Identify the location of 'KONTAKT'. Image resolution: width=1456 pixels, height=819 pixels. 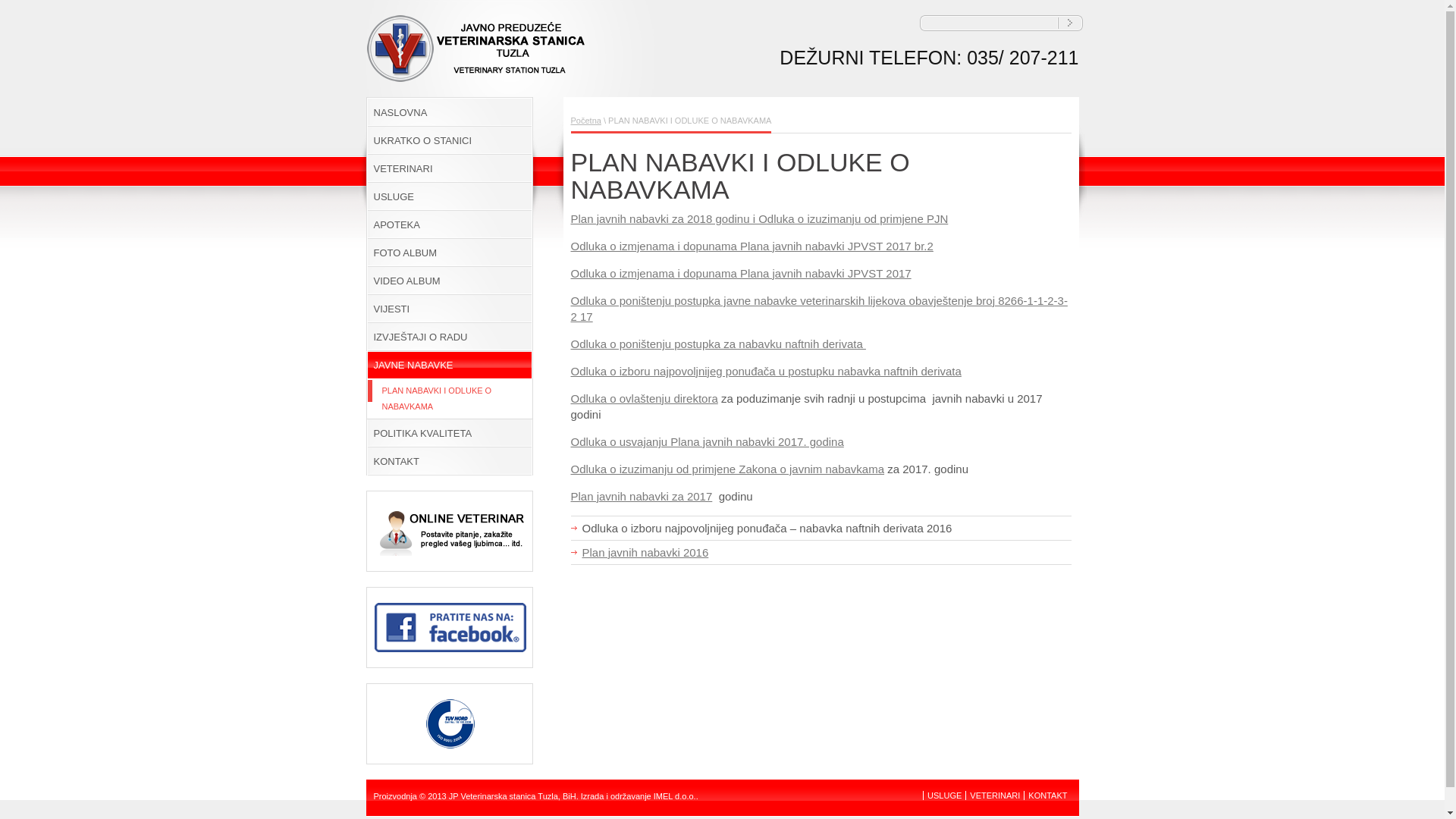
(1046, 795).